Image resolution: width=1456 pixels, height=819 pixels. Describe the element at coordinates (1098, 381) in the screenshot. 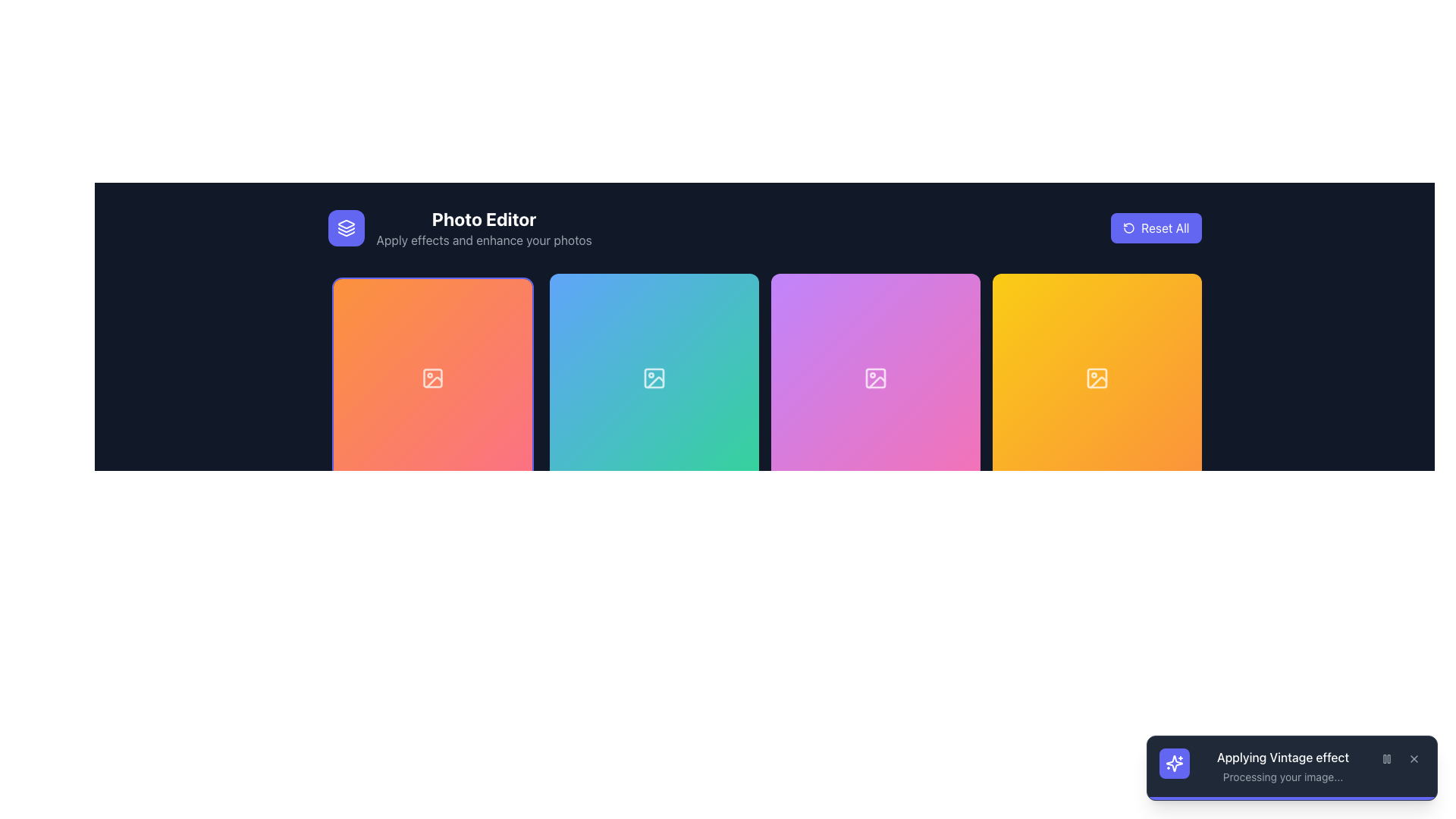

I see `the icon representing a slanted line and shape, which is part of the last yellow card in a sequence of four cards` at that location.